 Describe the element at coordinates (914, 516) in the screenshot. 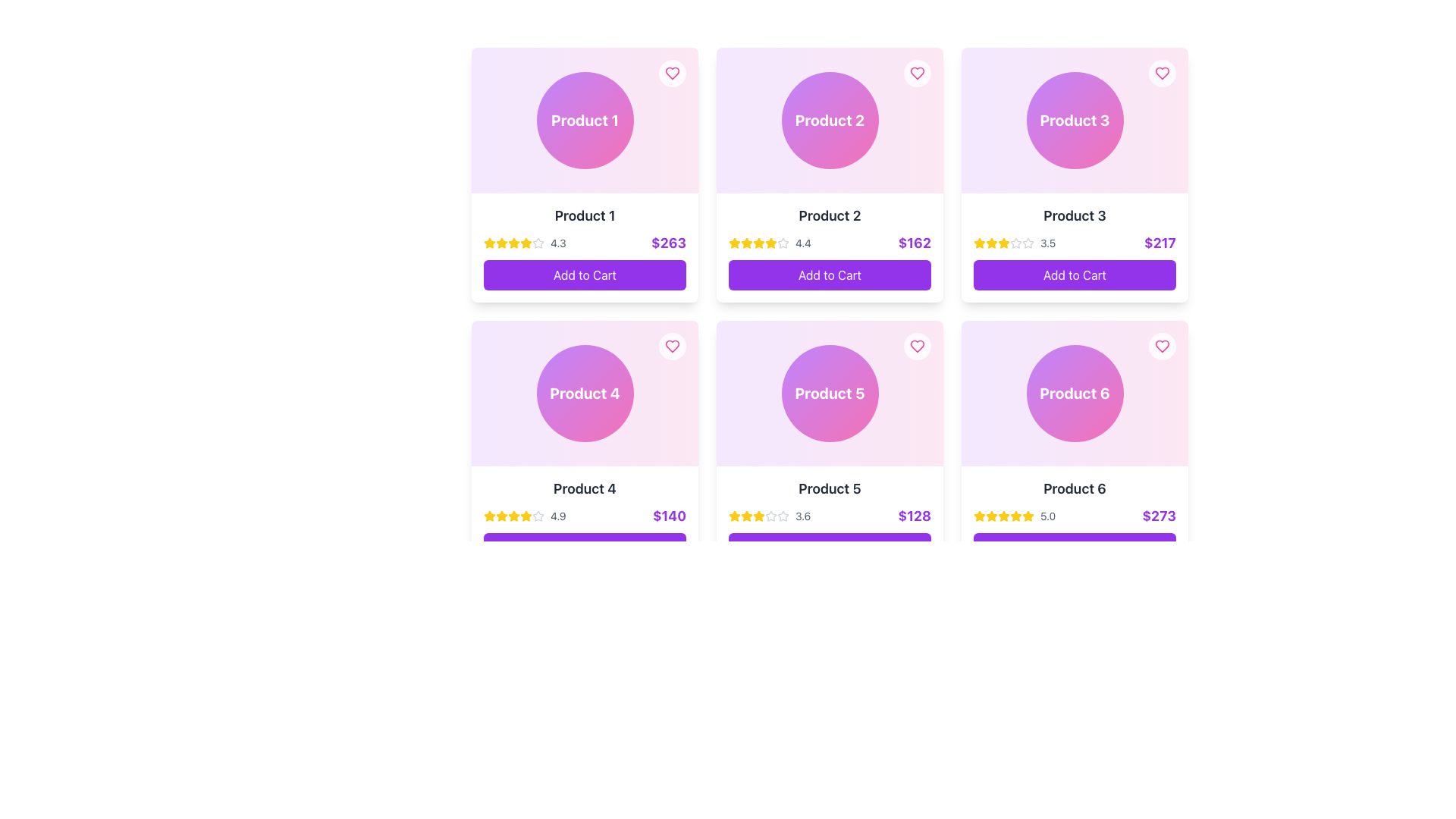

I see `the price text label located in the bottom-right corner of the card labeled 'Product 5' in the grid layout` at that location.